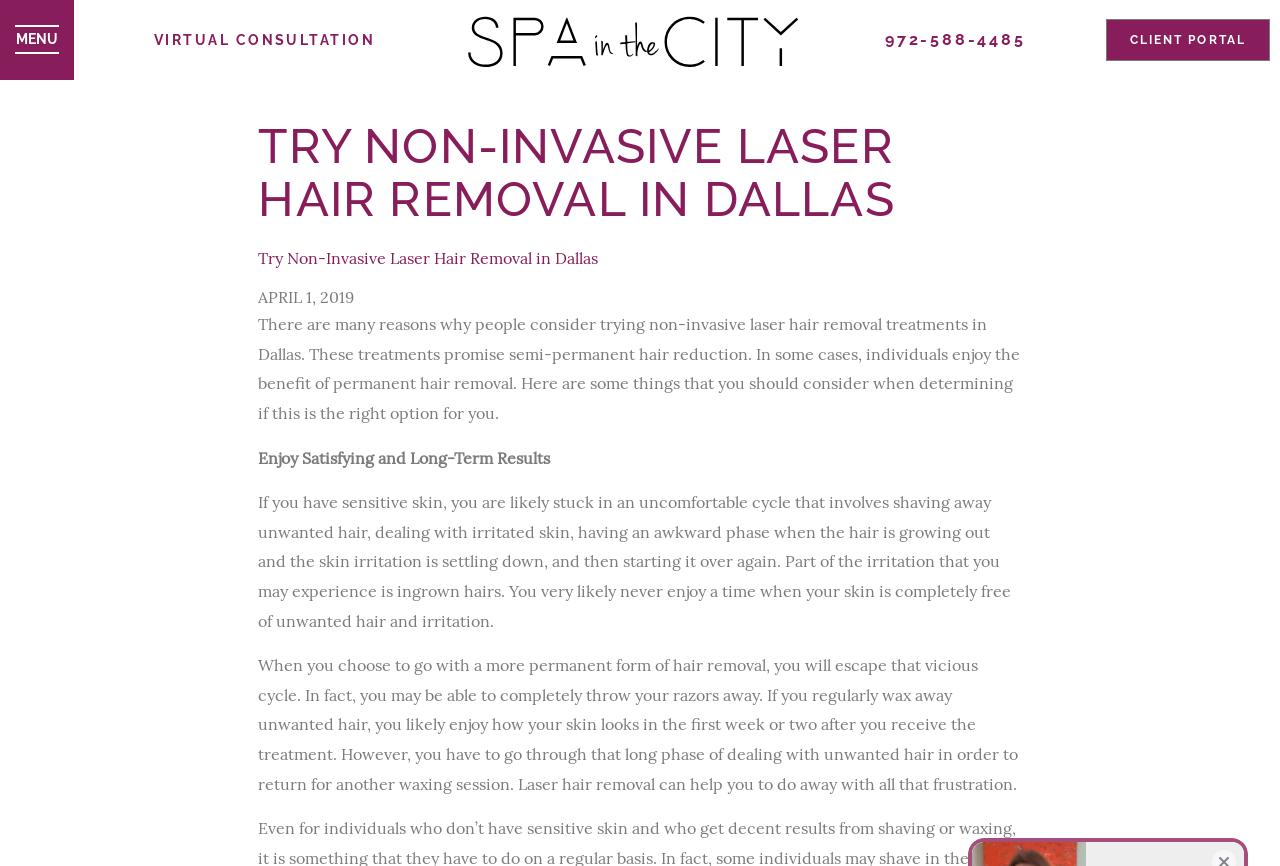 Image resolution: width=1280 pixels, height=866 pixels. What do you see at coordinates (637, 366) in the screenshot?
I see `'There are many reasons why people consider trying non-invasive laser hair removal treatments in Dallas. These treatments promise semi-permanent hair reduction. In some cases, individuals enjoy the benefit of permanent hair removal. Here are some things that you should consider when determining if this is the right option for you.'` at bounding box center [637, 366].